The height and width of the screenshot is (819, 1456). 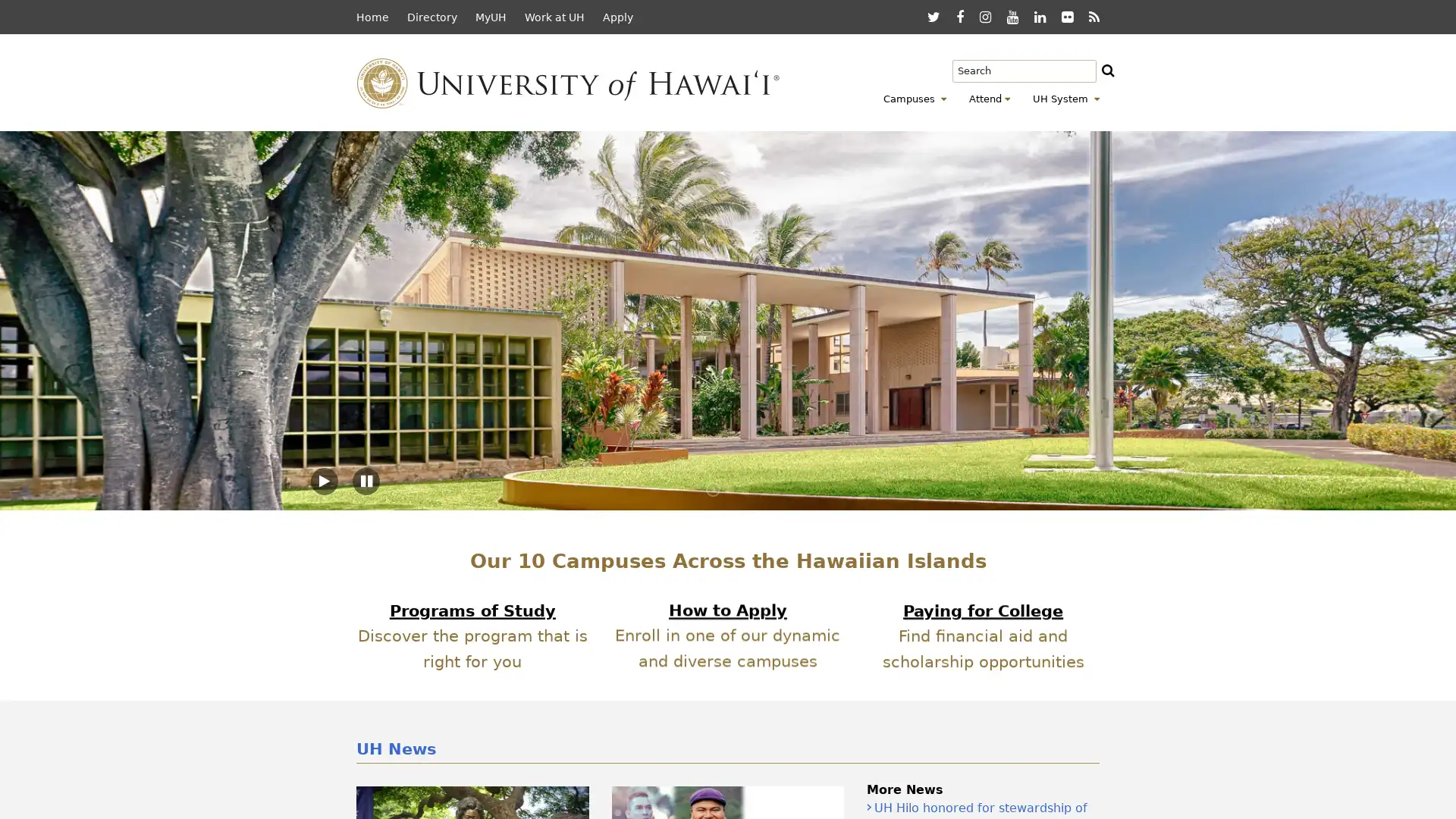 I want to click on go to slide number 3, so click(x=743, y=489).